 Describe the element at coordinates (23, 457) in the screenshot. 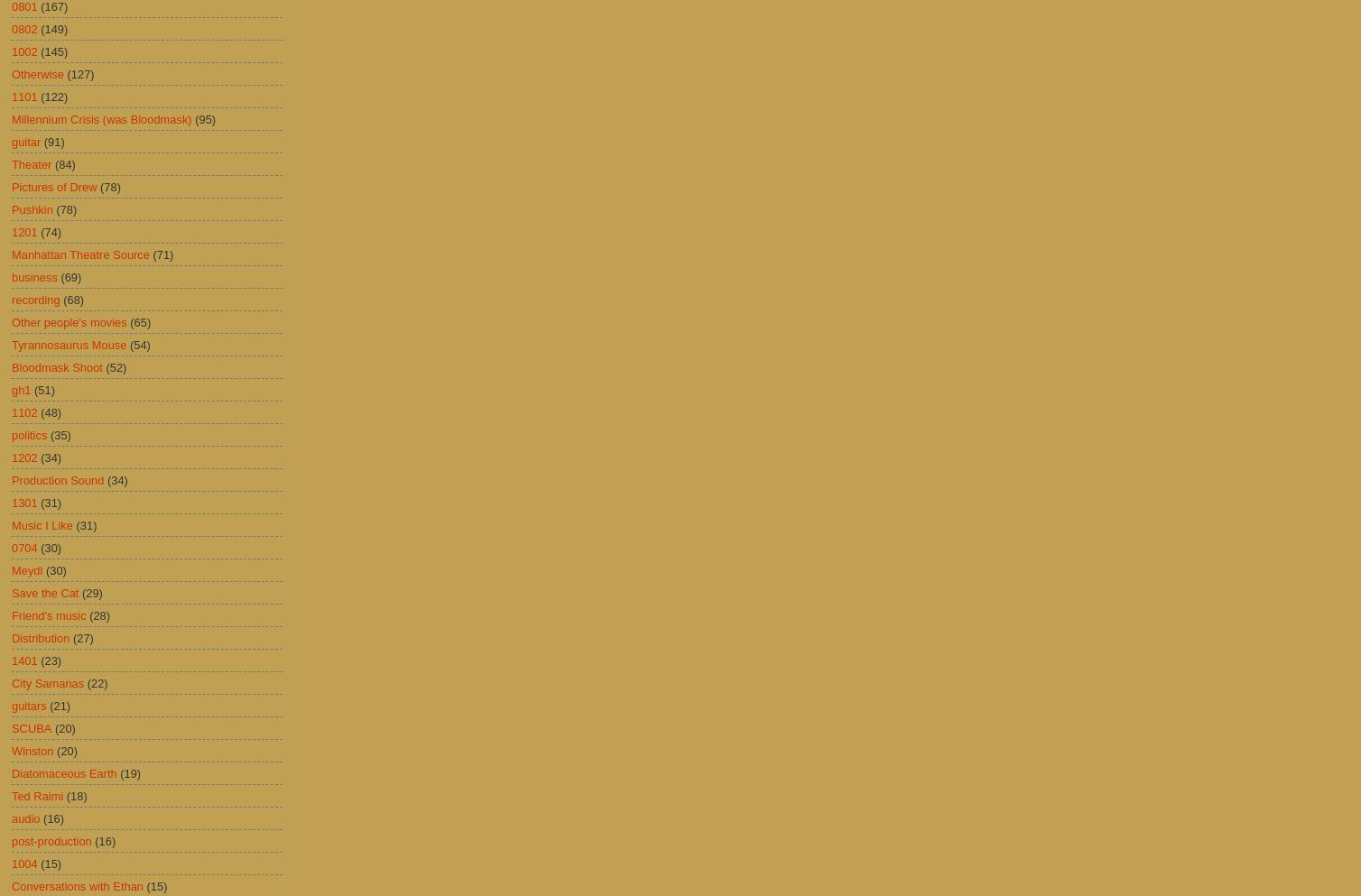

I see `'1202'` at that location.